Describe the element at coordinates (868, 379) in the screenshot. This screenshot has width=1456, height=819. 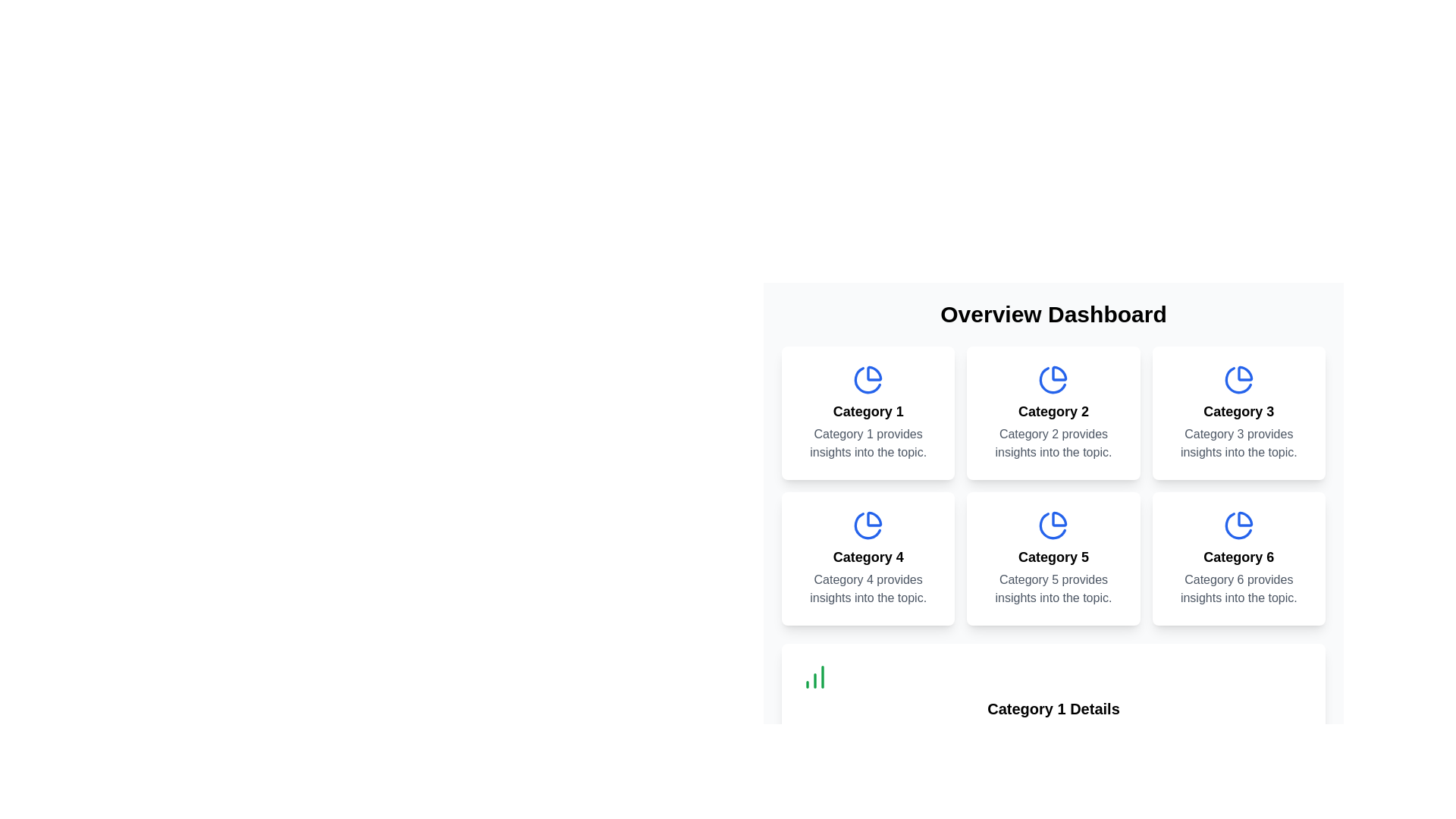
I see `the styling and purpose of the pie chart segment represented by a vector graphic component, which is part of the 'Category 1' card located in the top-left portion of the main content grid` at that location.